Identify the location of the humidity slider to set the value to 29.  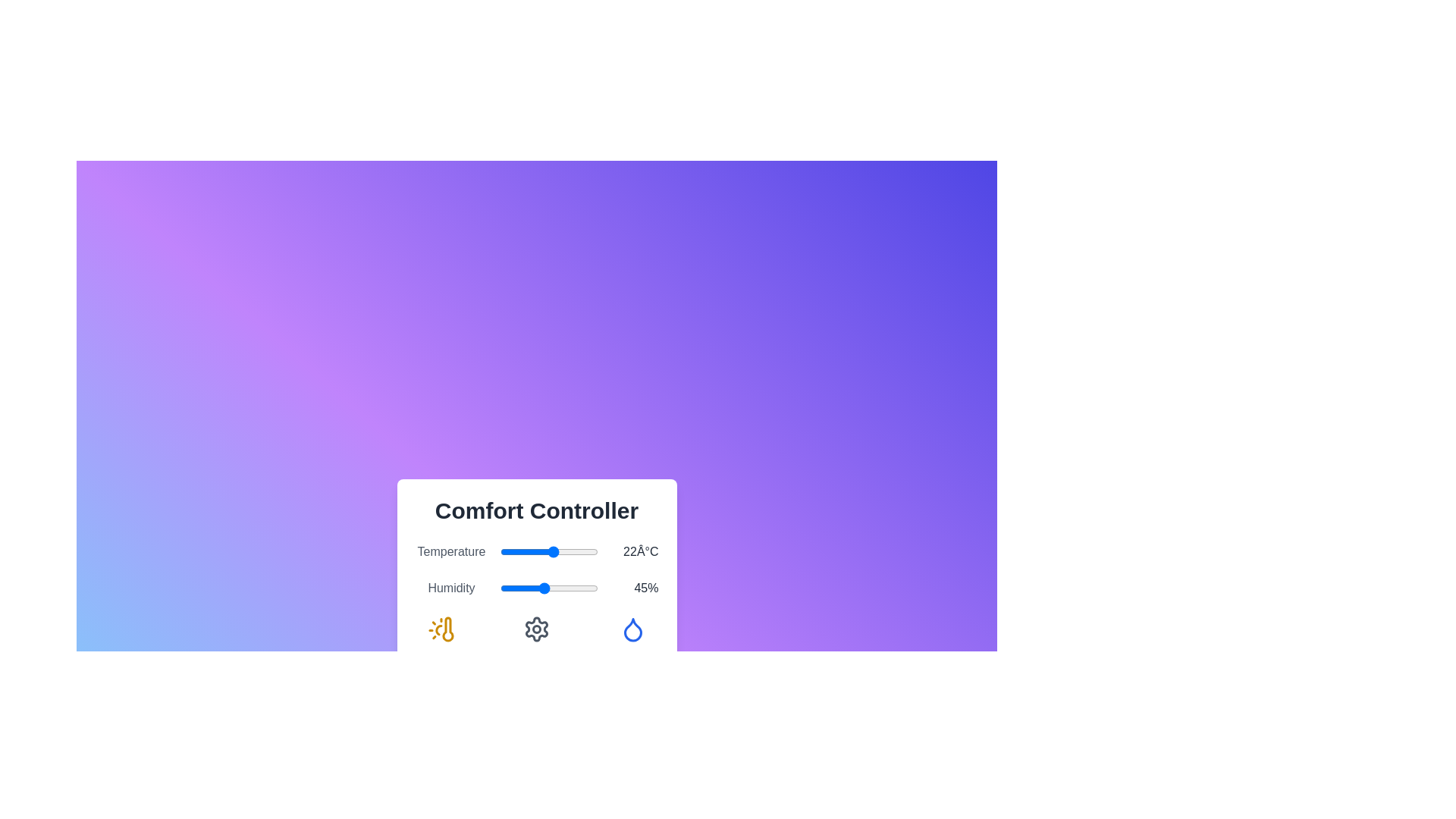
(528, 587).